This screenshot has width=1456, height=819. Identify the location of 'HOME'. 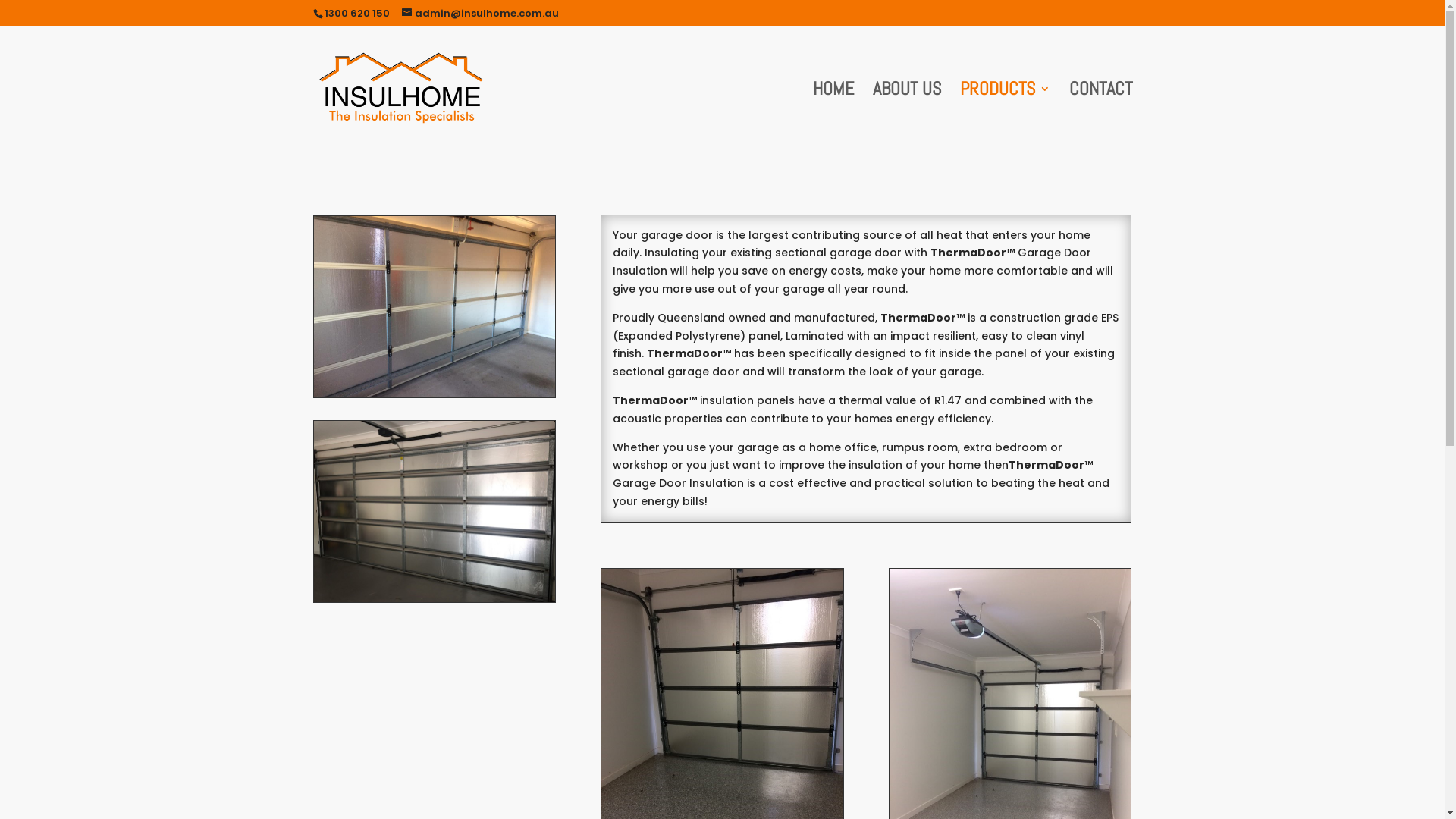
(833, 116).